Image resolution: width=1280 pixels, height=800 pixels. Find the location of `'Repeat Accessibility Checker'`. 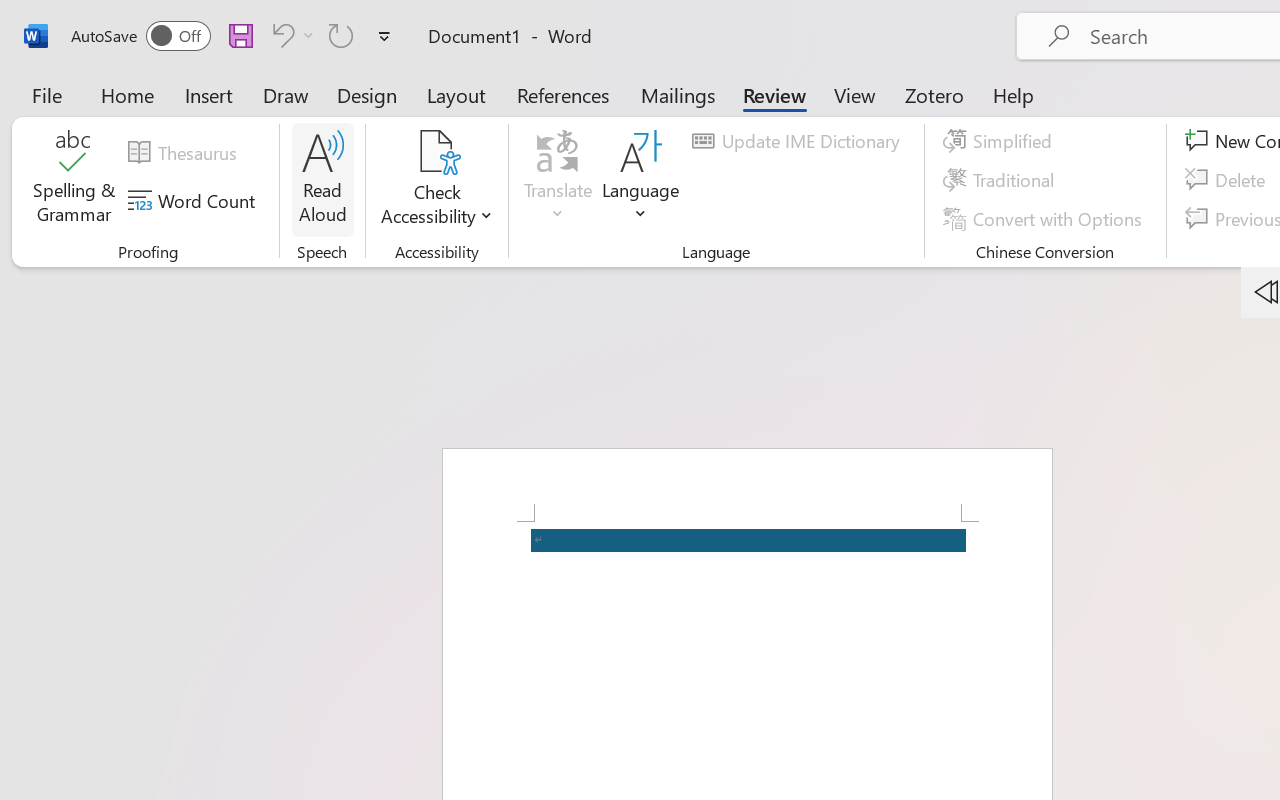

'Repeat Accessibility Checker' is located at coordinates (341, 34).